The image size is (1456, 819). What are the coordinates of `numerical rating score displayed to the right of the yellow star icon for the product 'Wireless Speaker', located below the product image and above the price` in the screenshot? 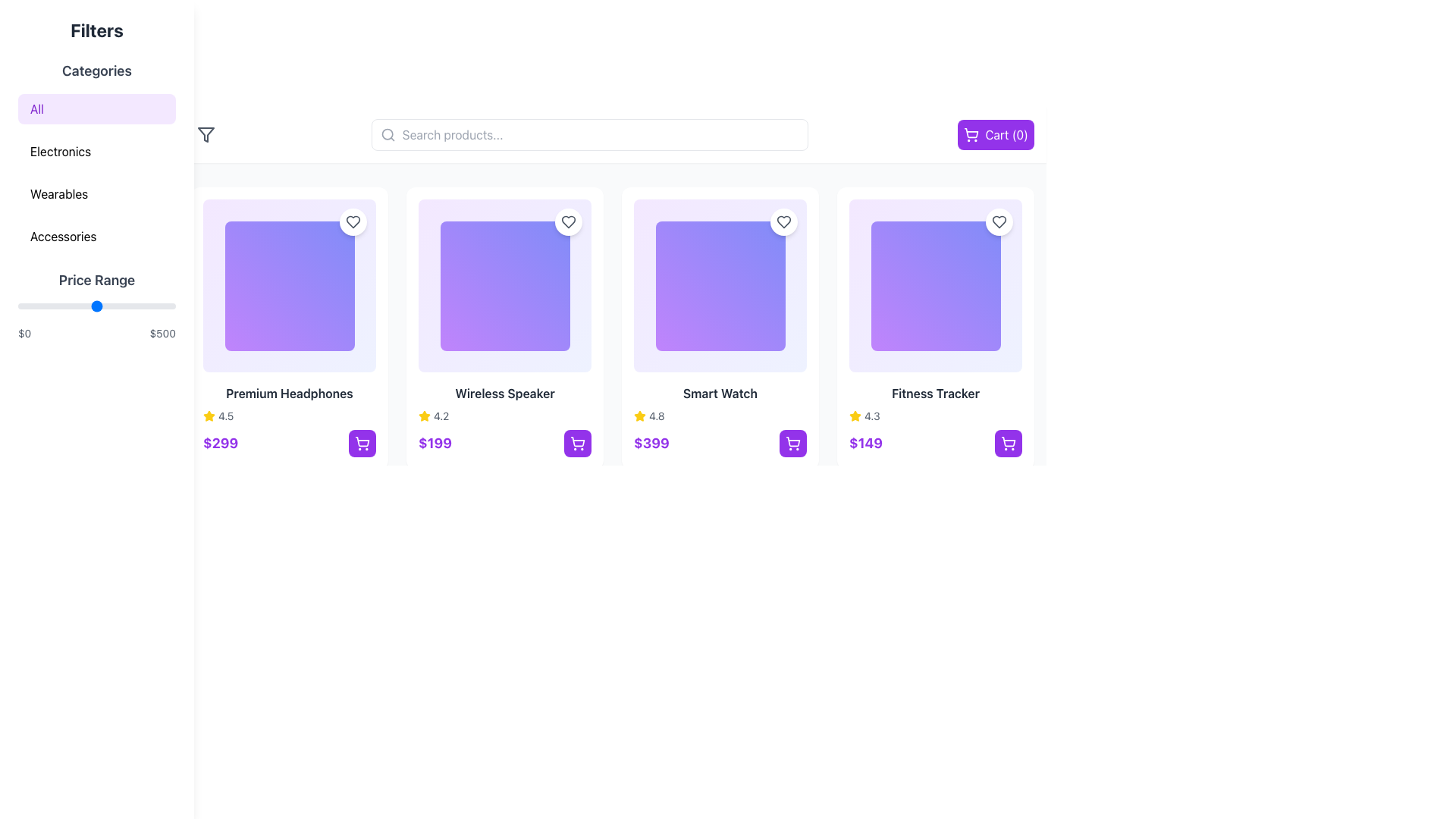 It's located at (441, 416).